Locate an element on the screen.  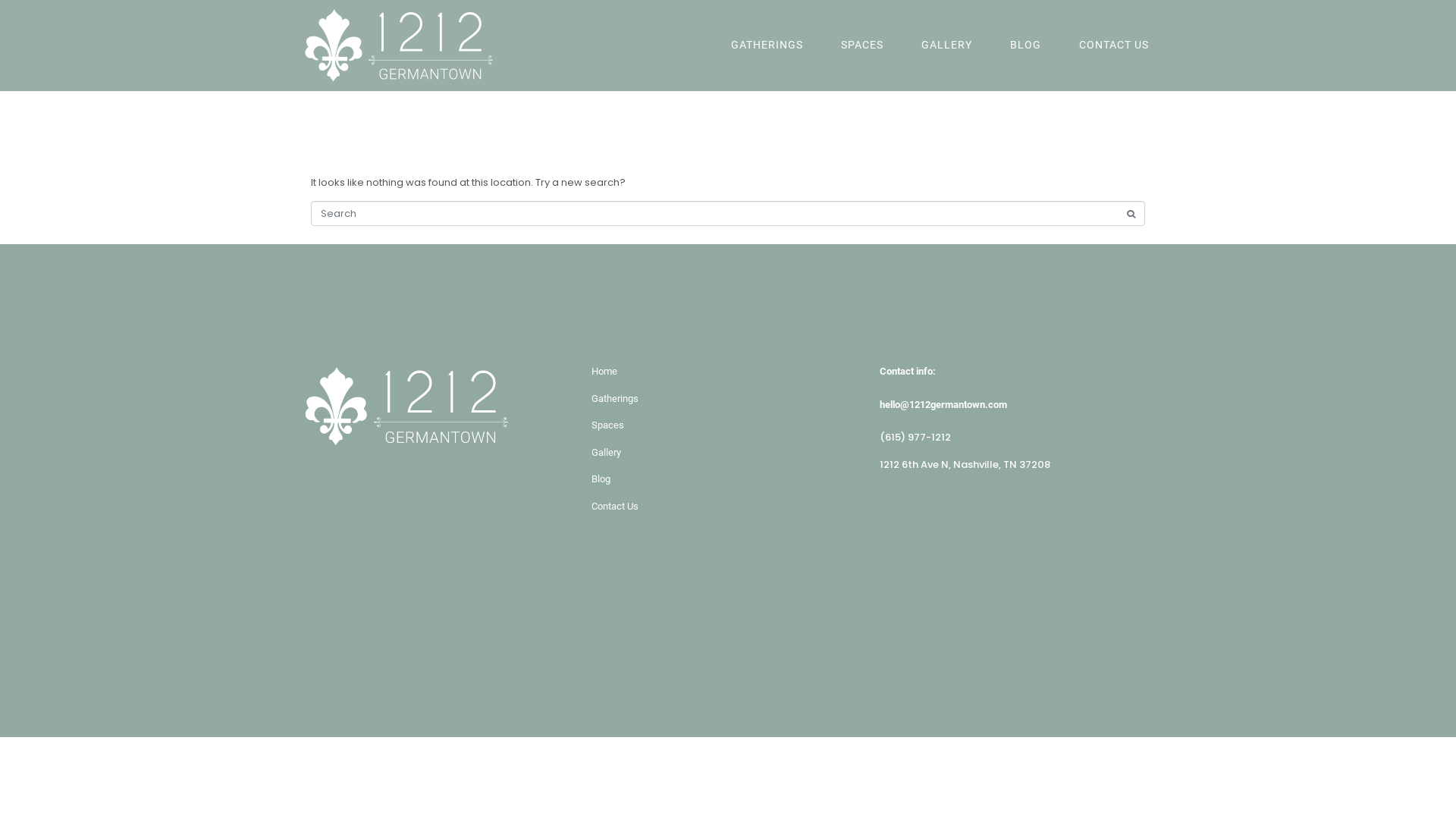
'GALLERY' is located at coordinates (946, 45).